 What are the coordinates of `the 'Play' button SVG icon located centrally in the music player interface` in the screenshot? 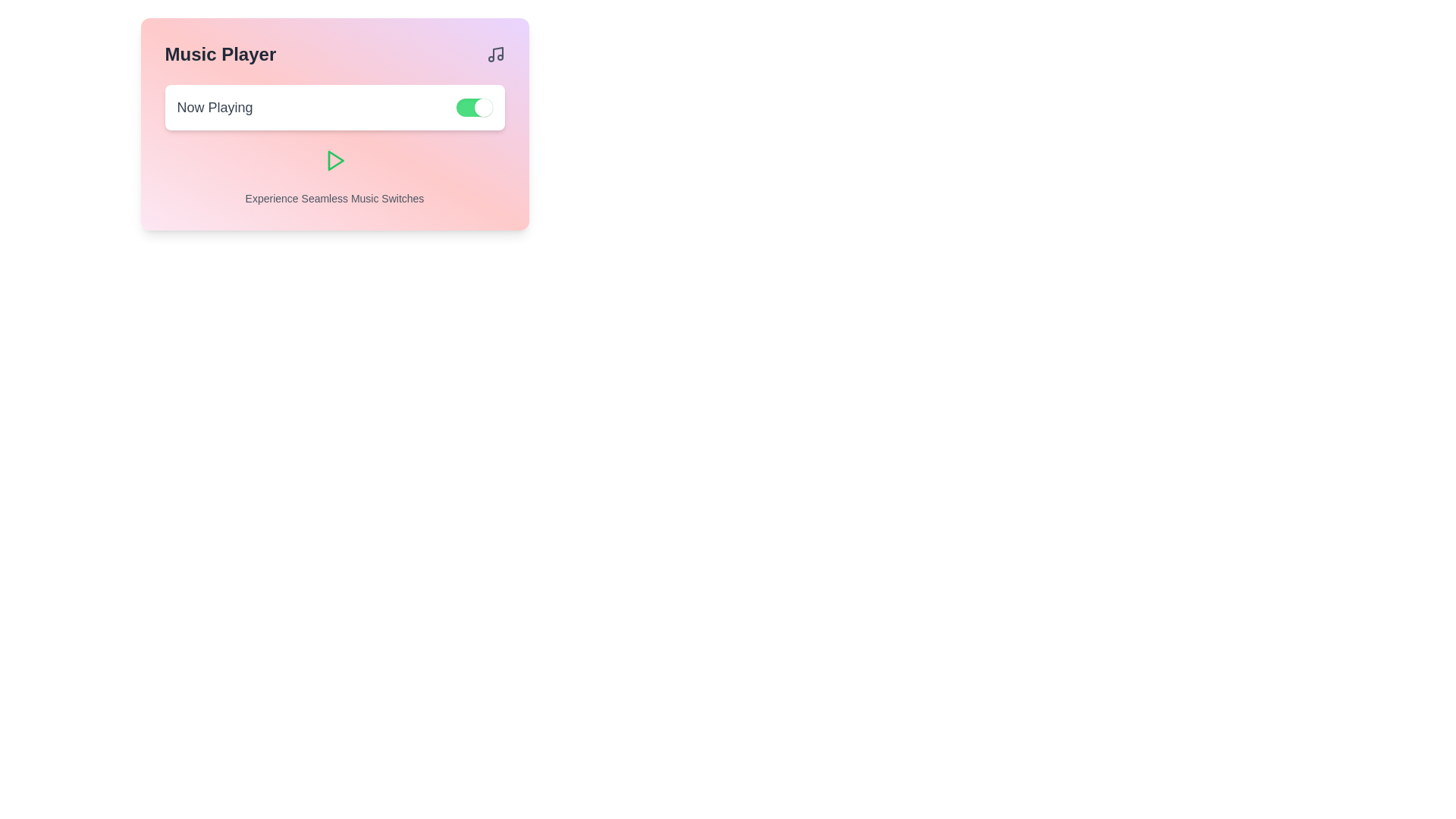 It's located at (334, 161).